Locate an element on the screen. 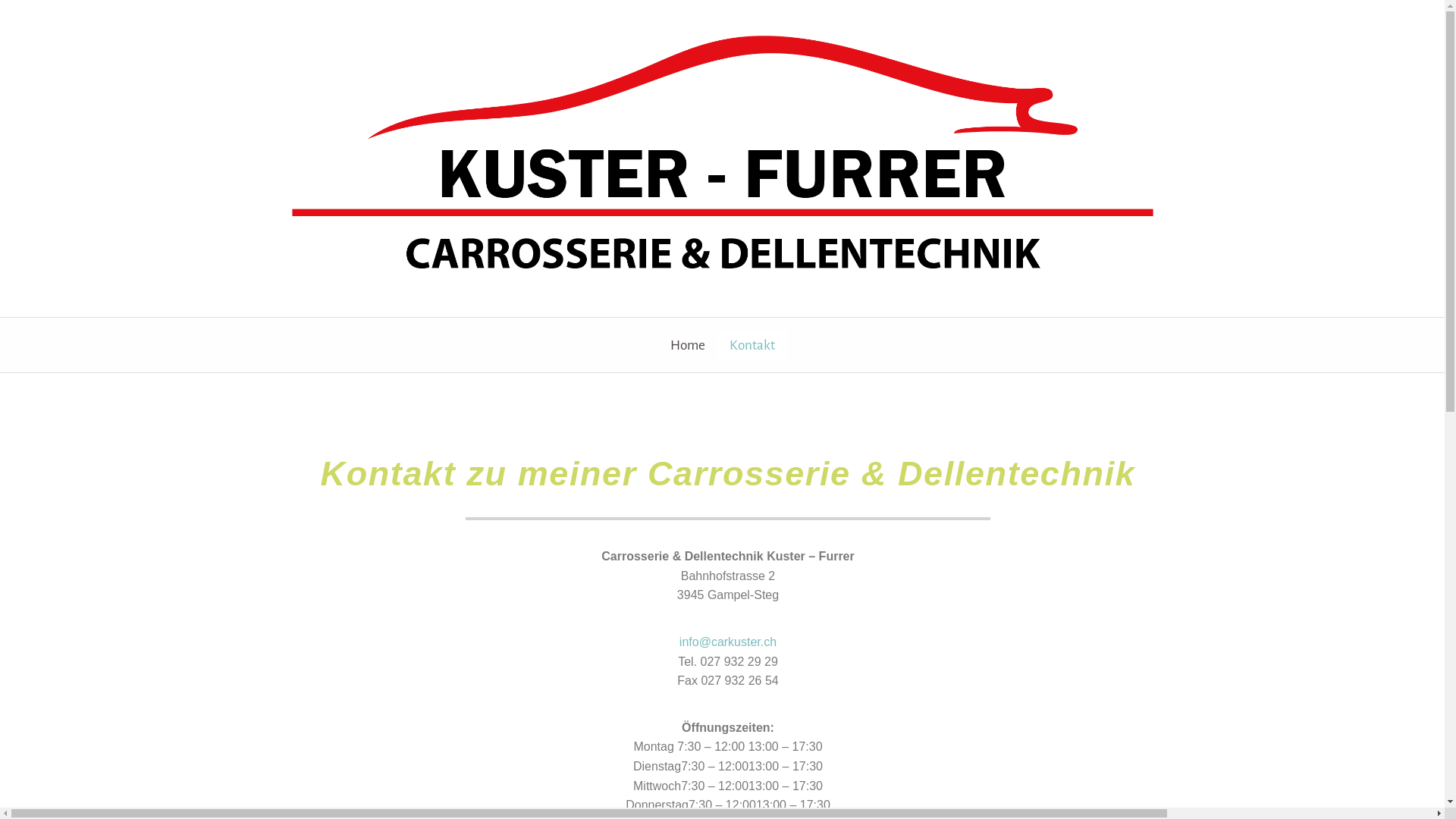  'Home' is located at coordinates (687, 345).